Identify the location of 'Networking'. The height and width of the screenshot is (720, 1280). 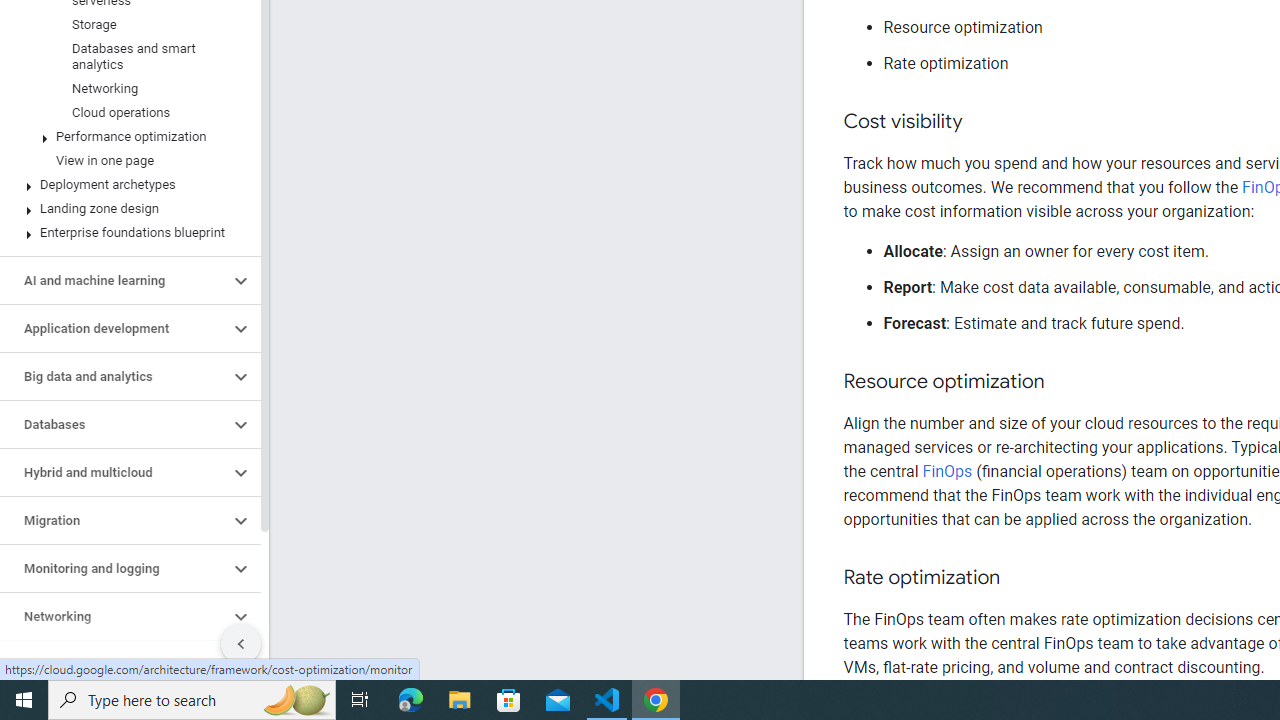
(113, 616).